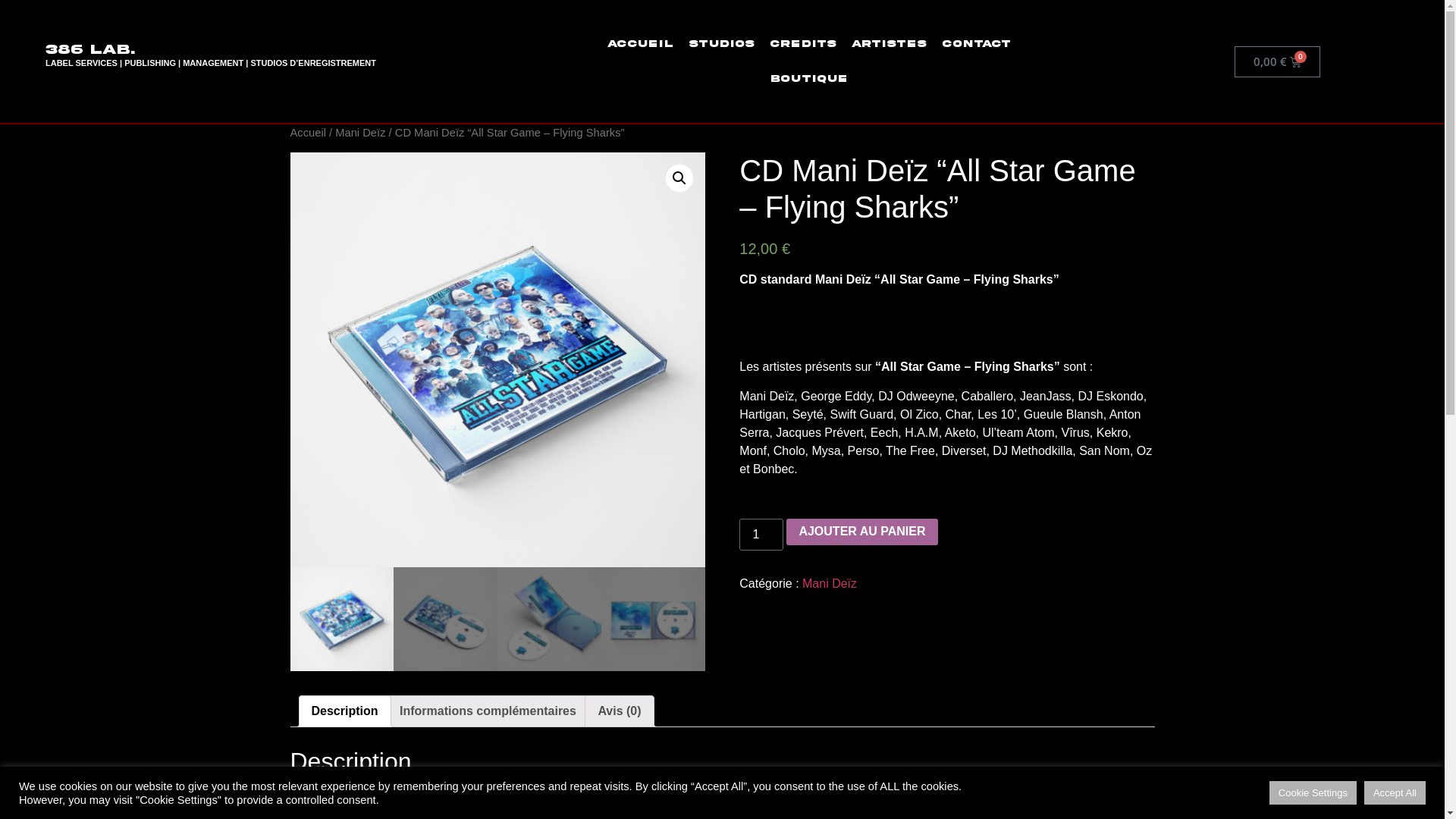 The image size is (1456, 819). I want to click on 'Avis (0)', so click(619, 711).